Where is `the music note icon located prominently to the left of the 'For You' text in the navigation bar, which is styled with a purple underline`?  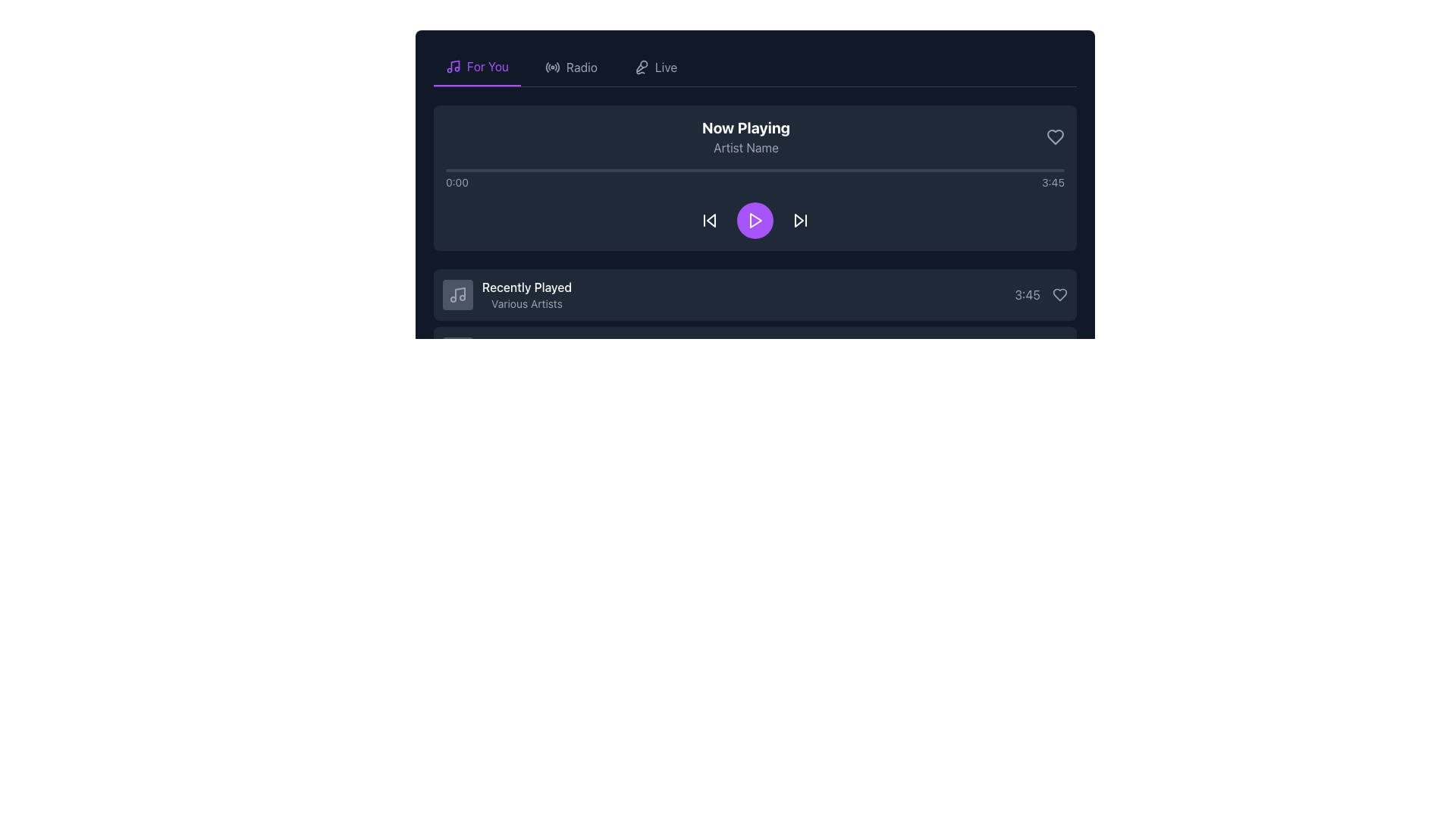
the music note icon located prominently to the left of the 'For You' text in the navigation bar, which is styled with a purple underline is located at coordinates (453, 66).